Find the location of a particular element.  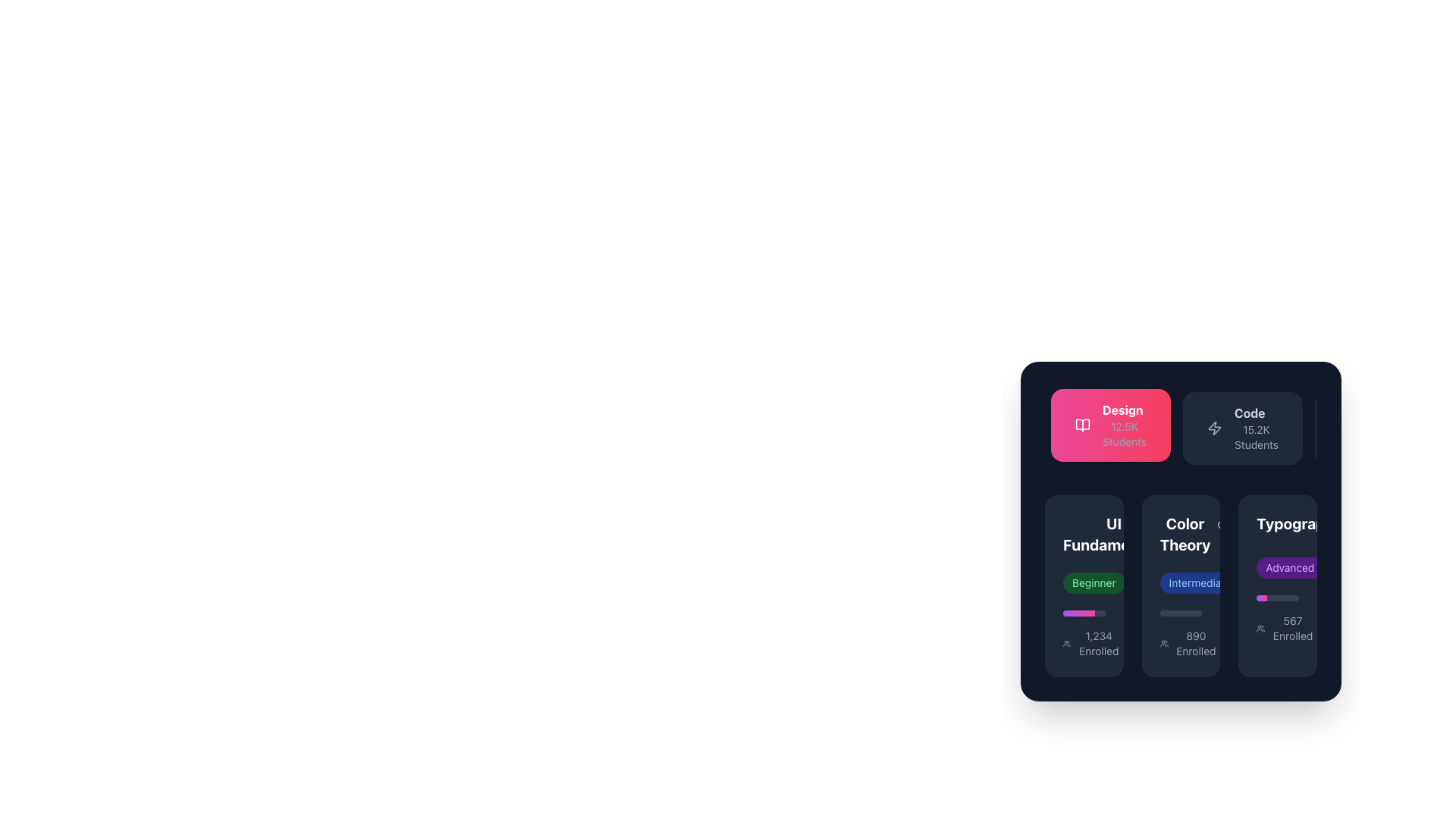

the decorative coding icon located in the top-right corner of the 'Code 15.2K Students' course card, positioned to the left of the card's text is located at coordinates (1215, 428).